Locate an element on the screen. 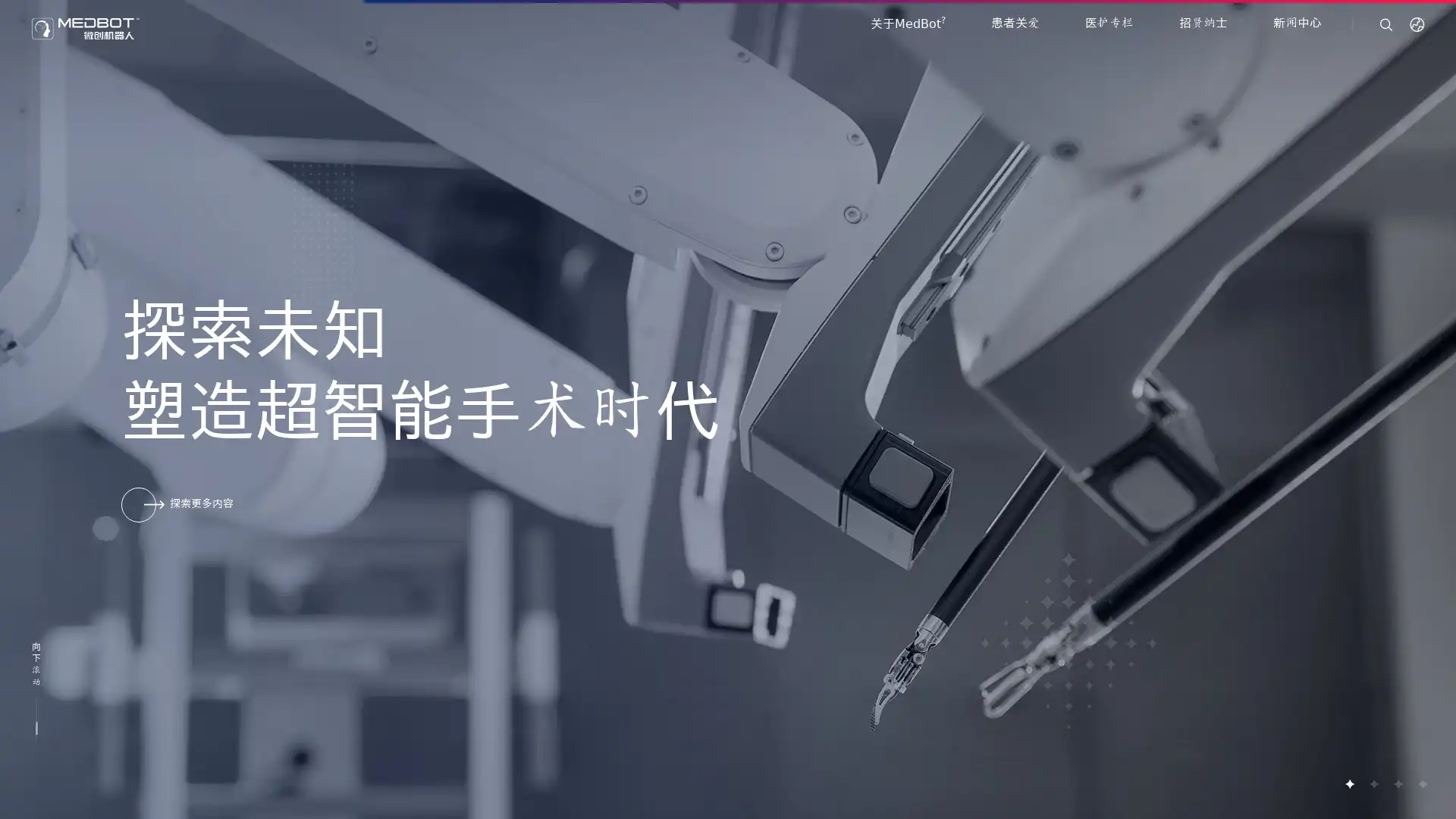 This screenshot has height=819, width=1456. Go to slide 3 is located at coordinates (1397, 783).